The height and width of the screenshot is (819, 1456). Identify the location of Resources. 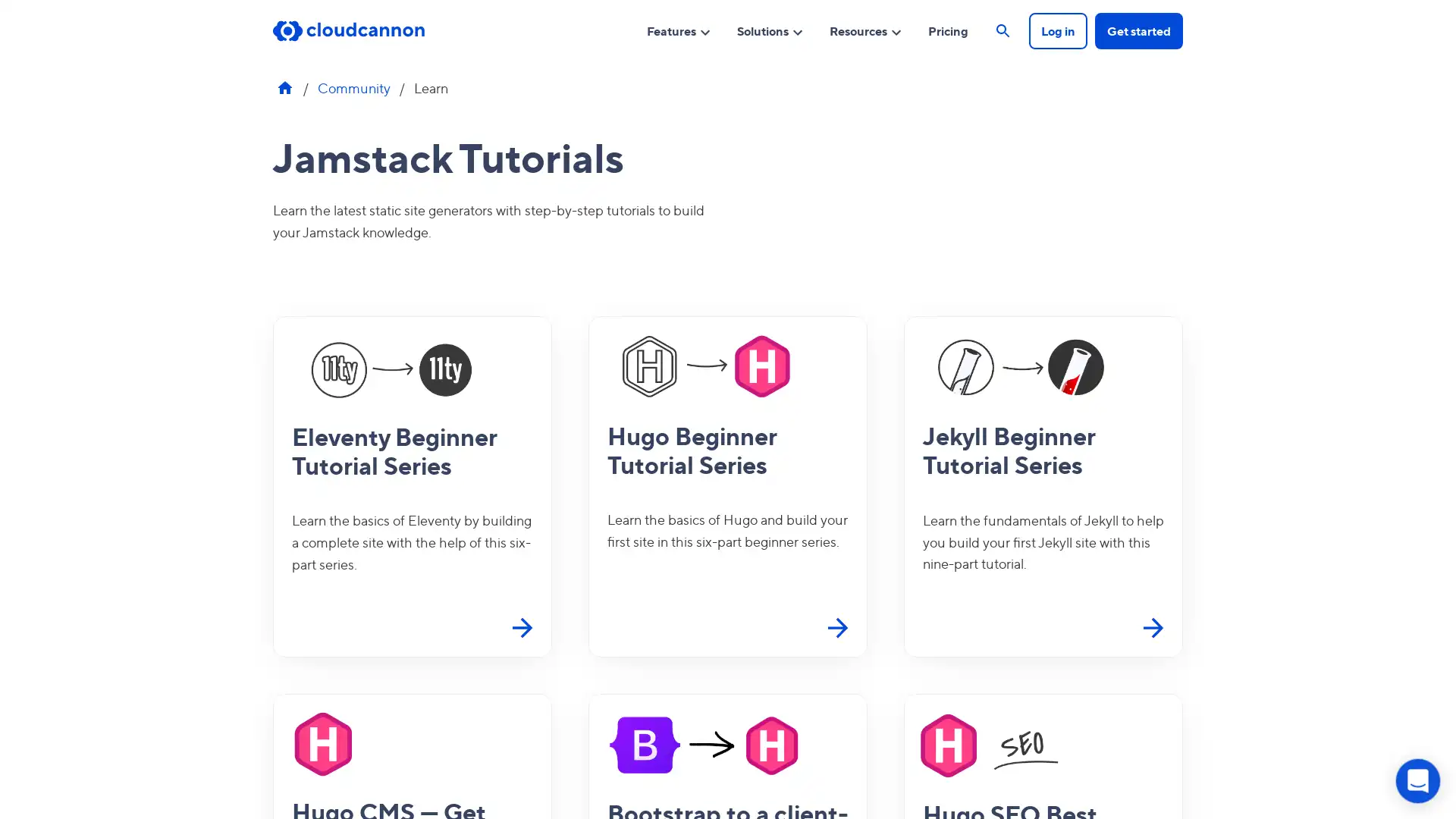
(866, 30).